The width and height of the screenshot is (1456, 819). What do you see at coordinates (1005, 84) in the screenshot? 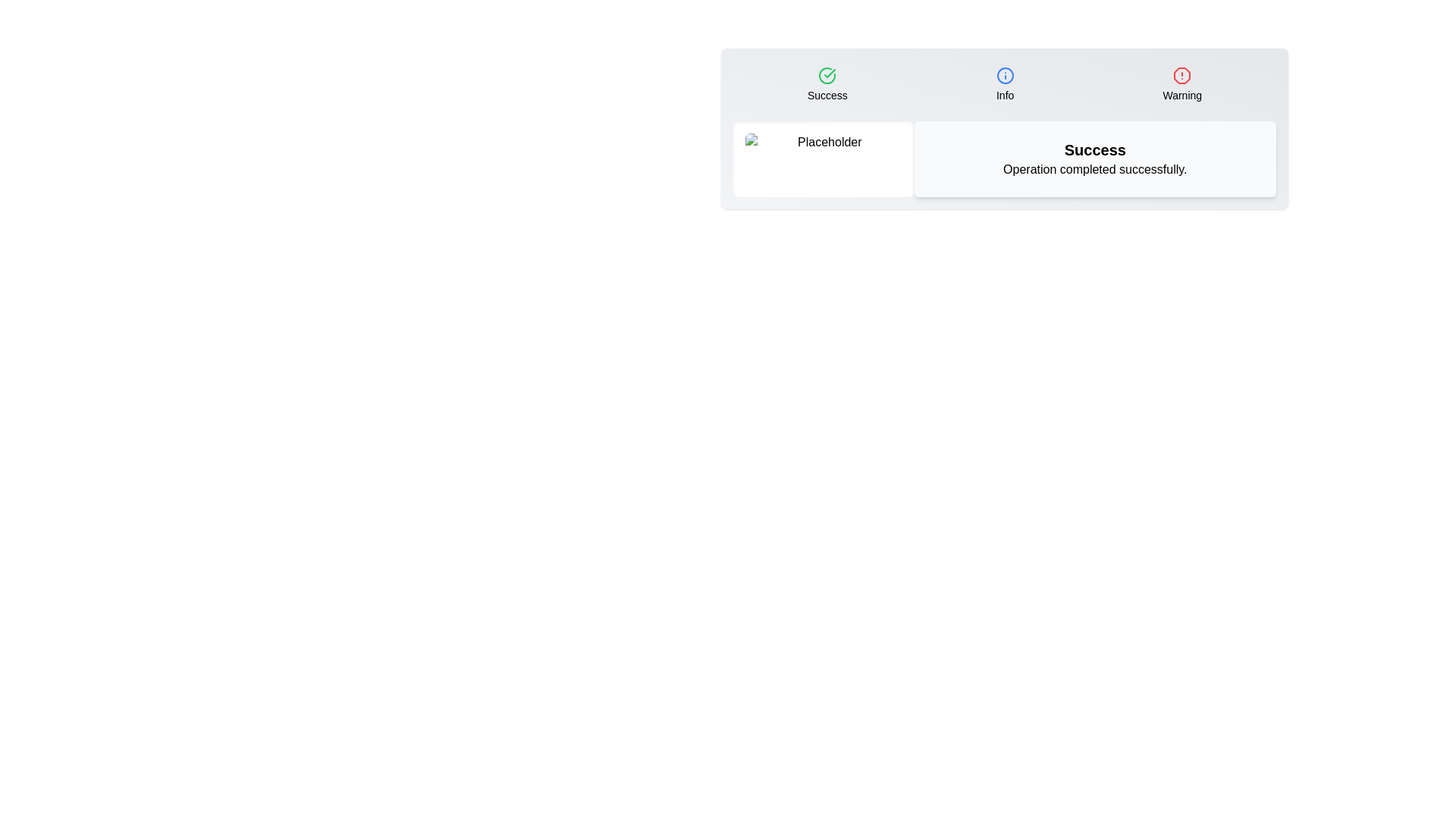
I see `the tab labeled Info` at bounding box center [1005, 84].